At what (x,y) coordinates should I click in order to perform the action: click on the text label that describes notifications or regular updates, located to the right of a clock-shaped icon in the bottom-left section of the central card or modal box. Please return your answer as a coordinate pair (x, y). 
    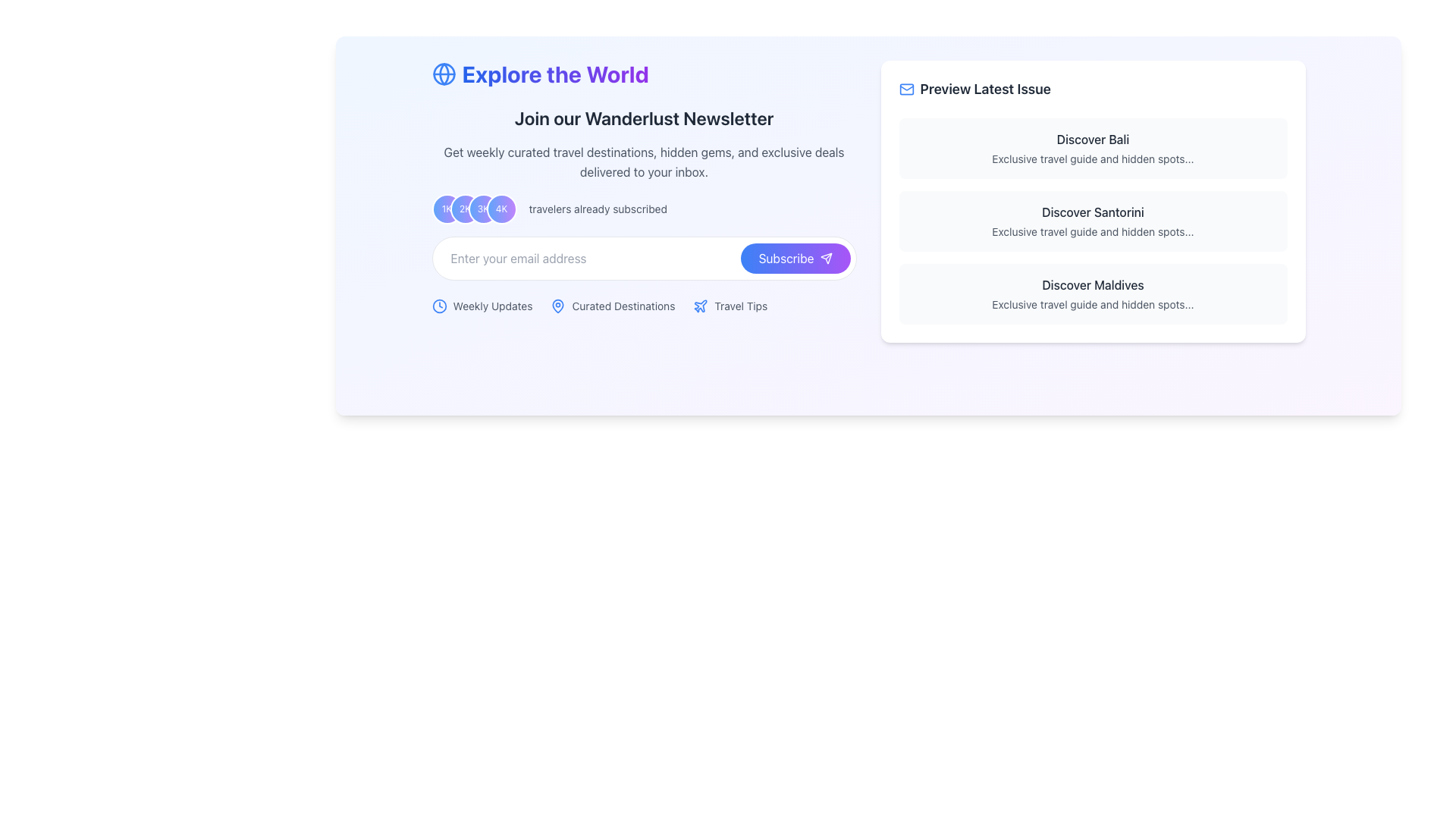
    Looking at the image, I should click on (492, 306).